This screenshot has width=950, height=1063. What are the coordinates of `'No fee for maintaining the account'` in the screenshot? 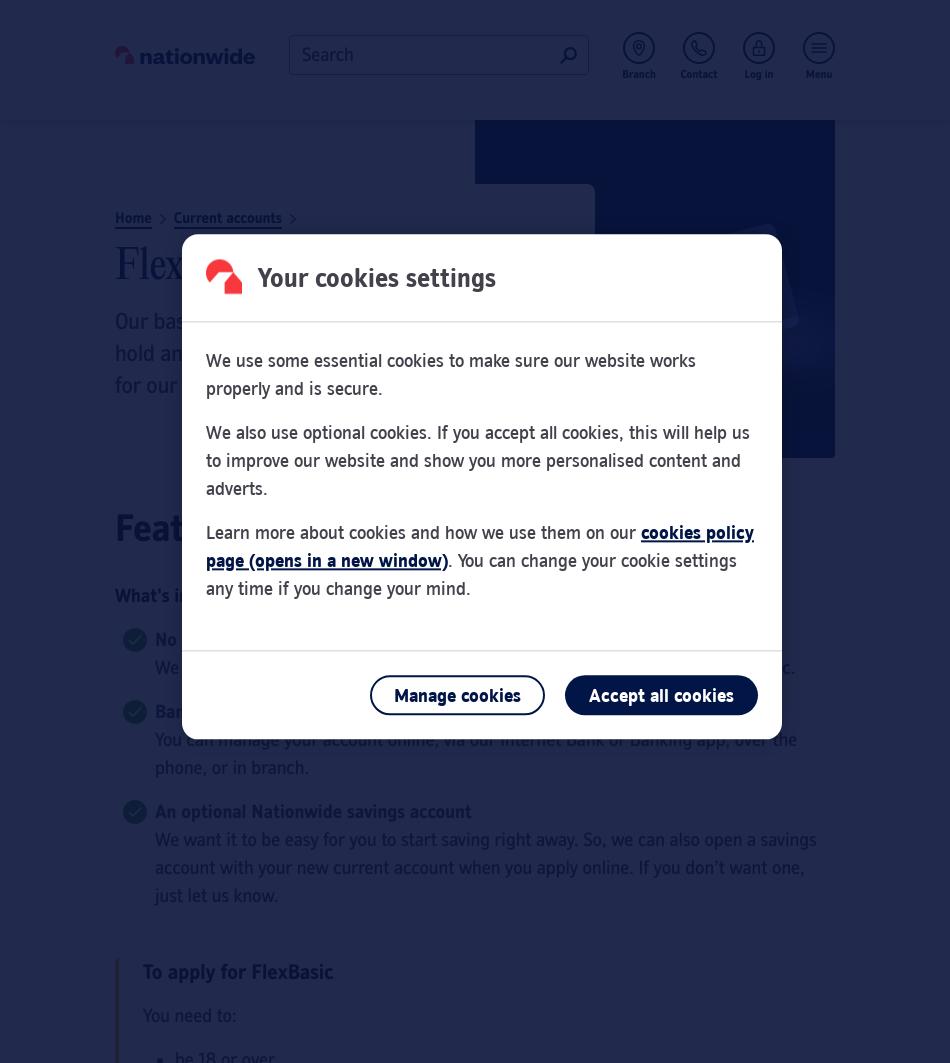 It's located at (291, 639).